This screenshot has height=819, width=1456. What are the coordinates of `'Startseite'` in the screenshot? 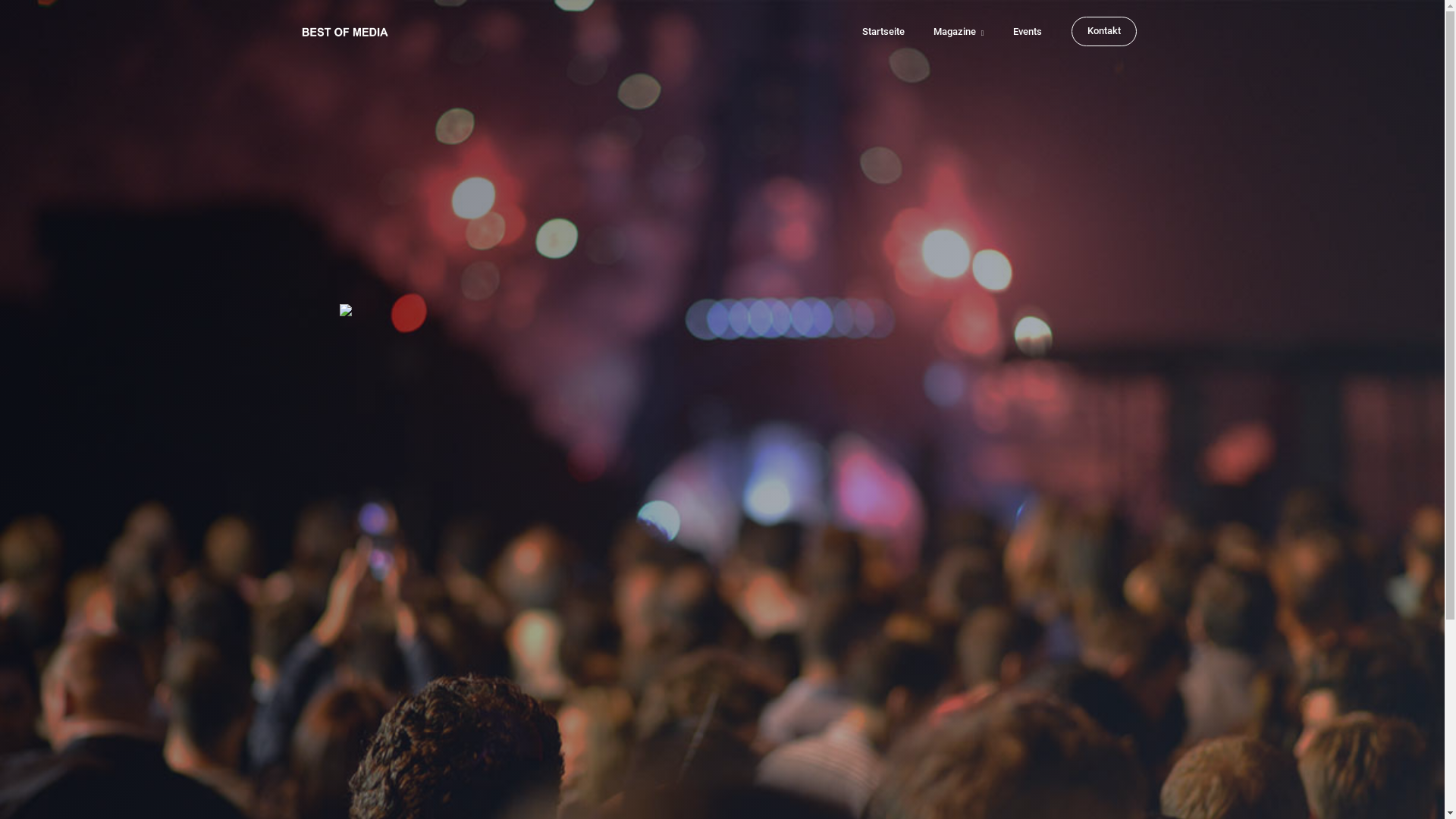 It's located at (883, 32).